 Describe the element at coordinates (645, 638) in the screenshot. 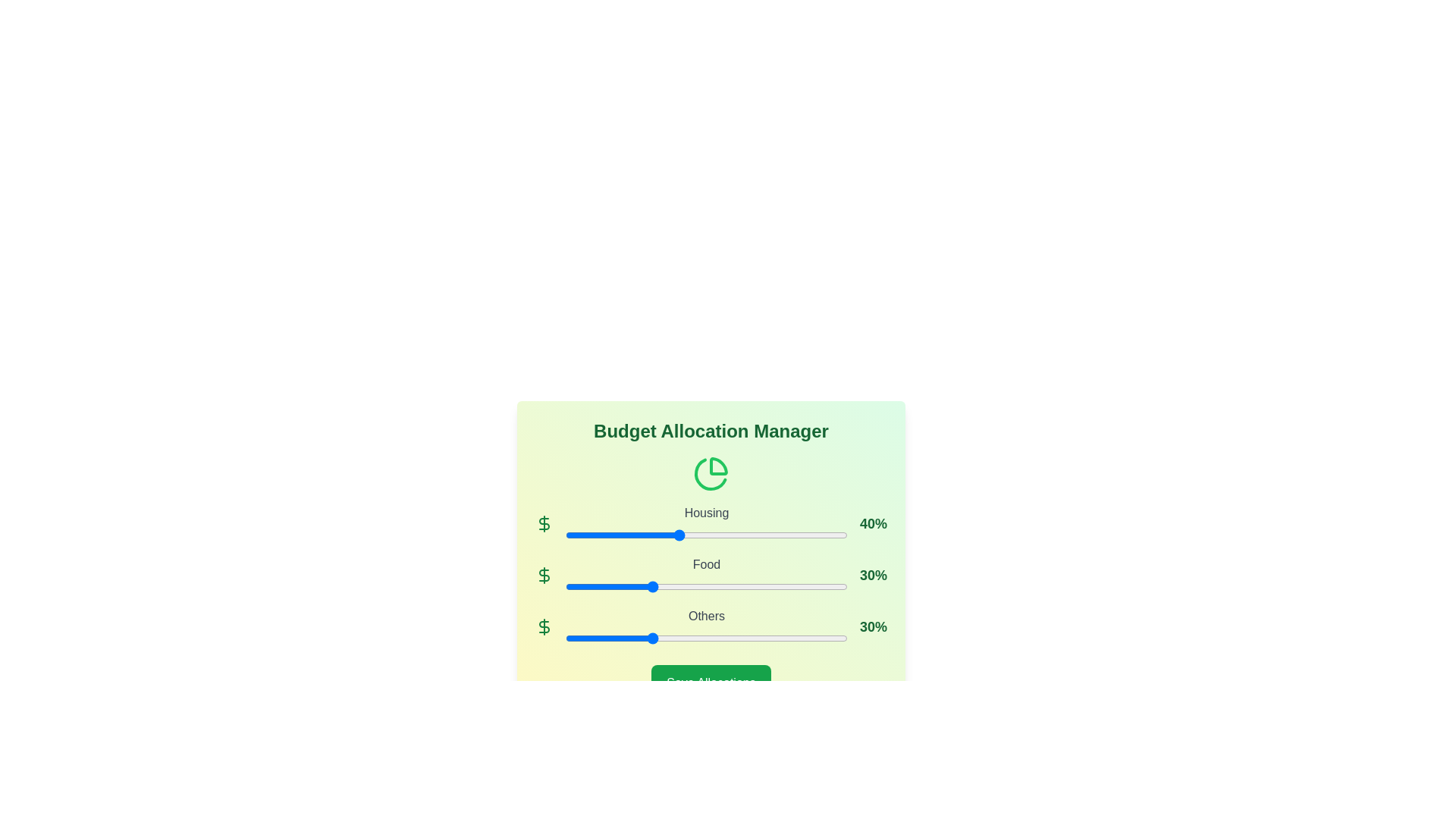

I see `the 'Others' slider to 28%` at that location.